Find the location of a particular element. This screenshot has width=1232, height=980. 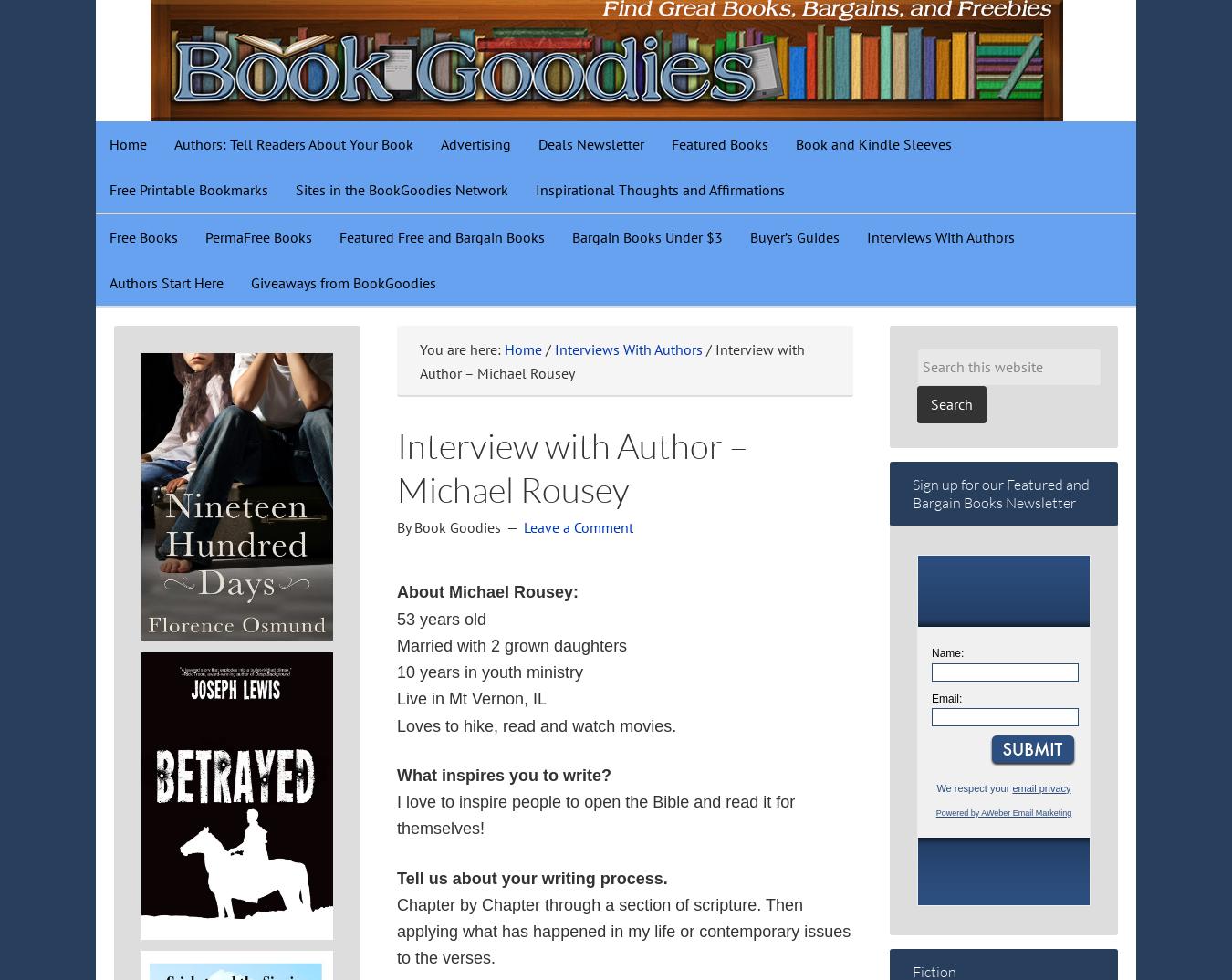

'Leave a Comment' is located at coordinates (578, 526).